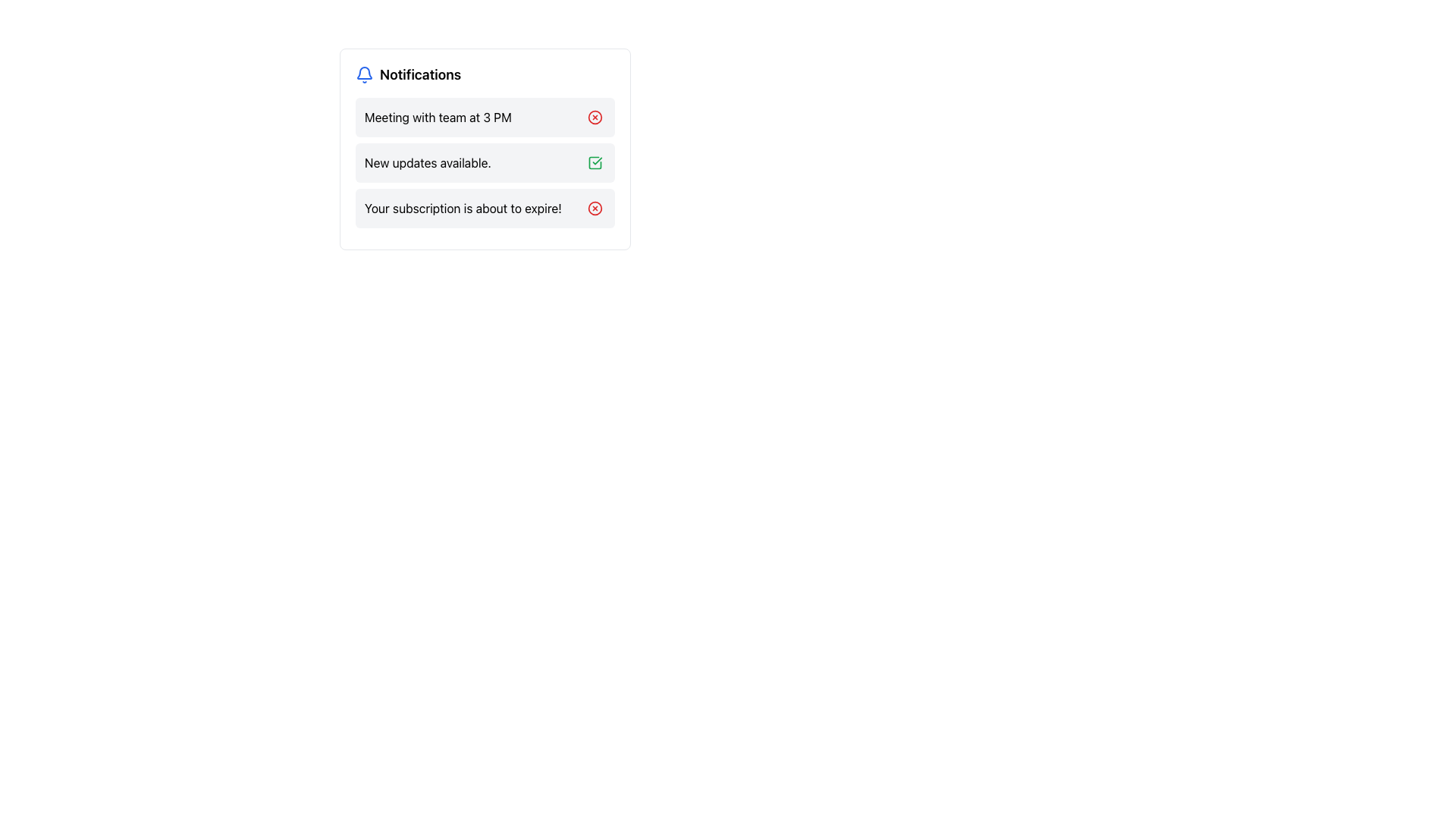 This screenshot has height=819, width=1456. What do you see at coordinates (364, 75) in the screenshot?
I see `the bell icon located at the top-left of the notification panel, which serves as a visual indicator for notifications` at bounding box center [364, 75].